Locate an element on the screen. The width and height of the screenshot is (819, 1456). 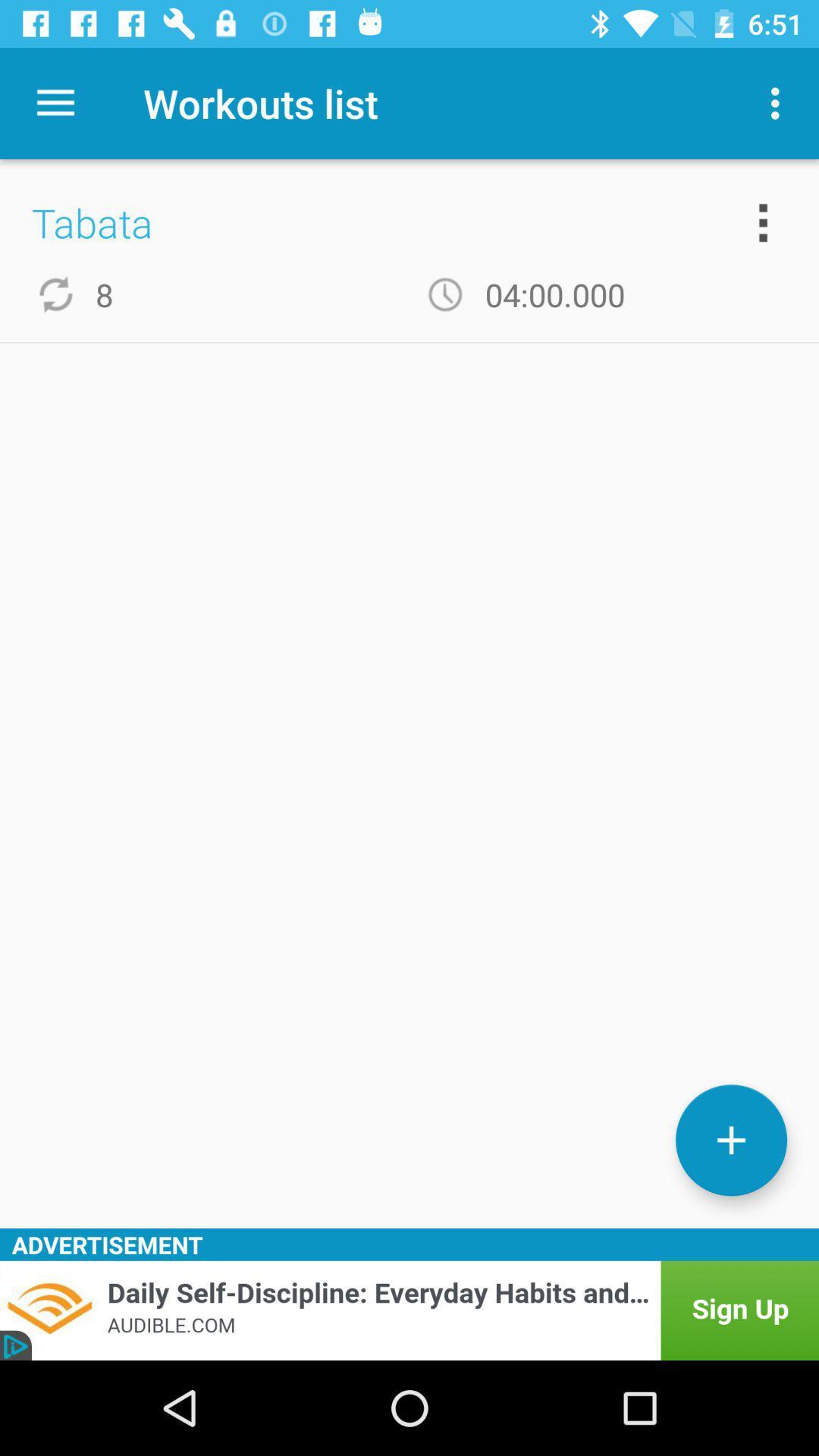
new workout is located at coordinates (730, 1140).